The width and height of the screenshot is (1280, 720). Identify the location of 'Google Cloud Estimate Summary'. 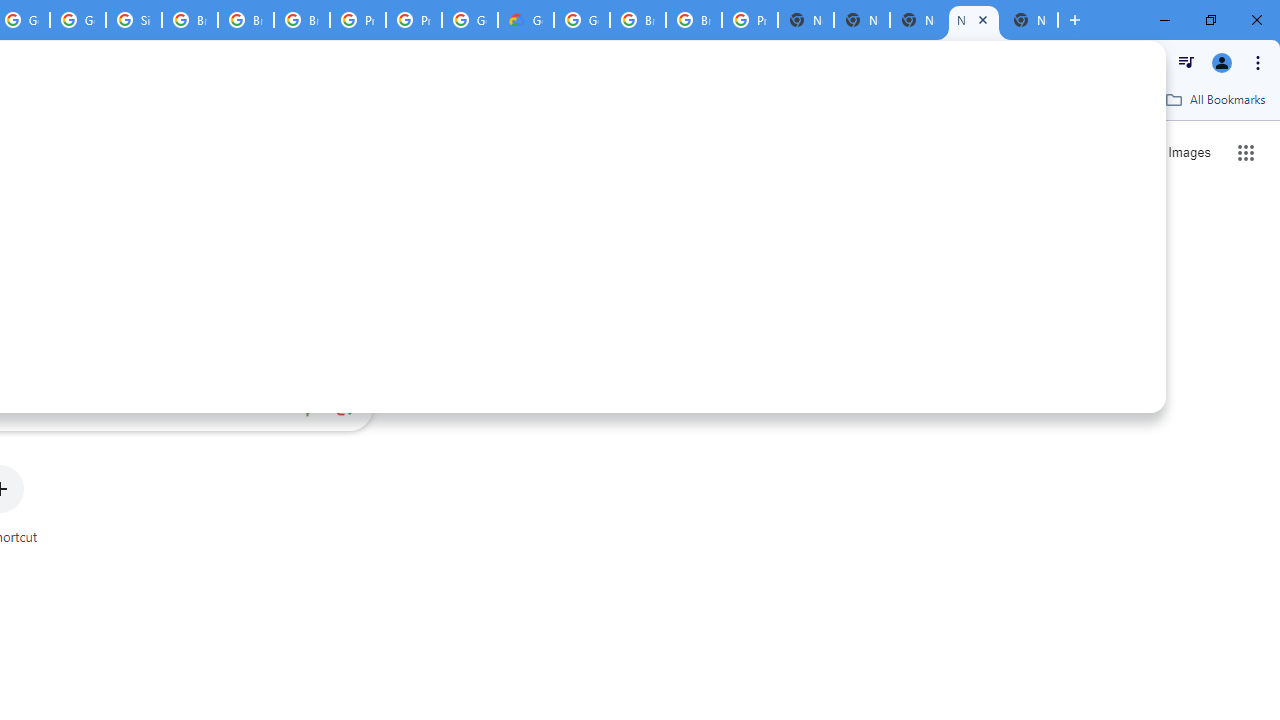
(526, 20).